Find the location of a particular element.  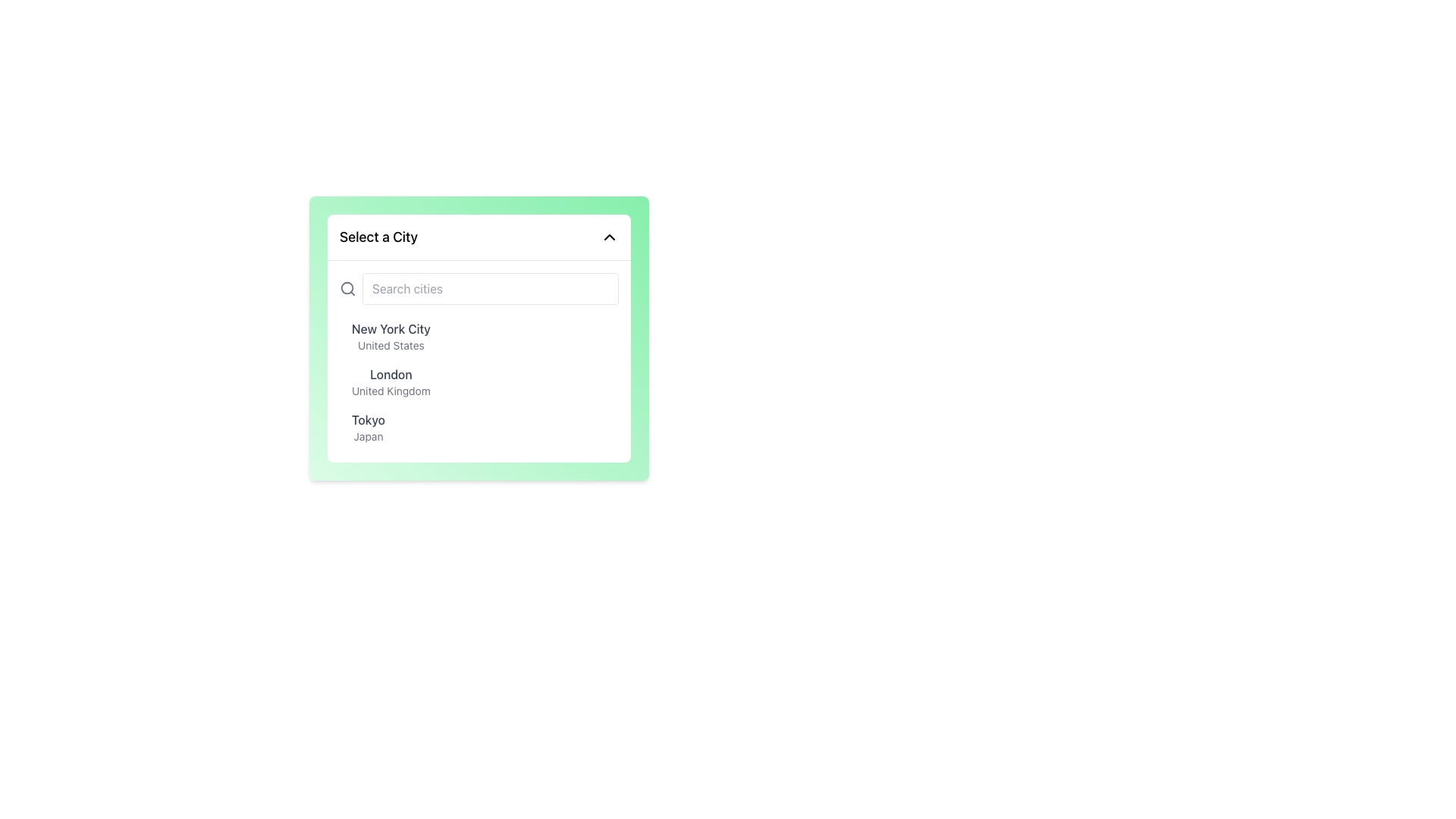

the search icon element located on the left side of the 'Search cities' input field is located at coordinates (347, 288).